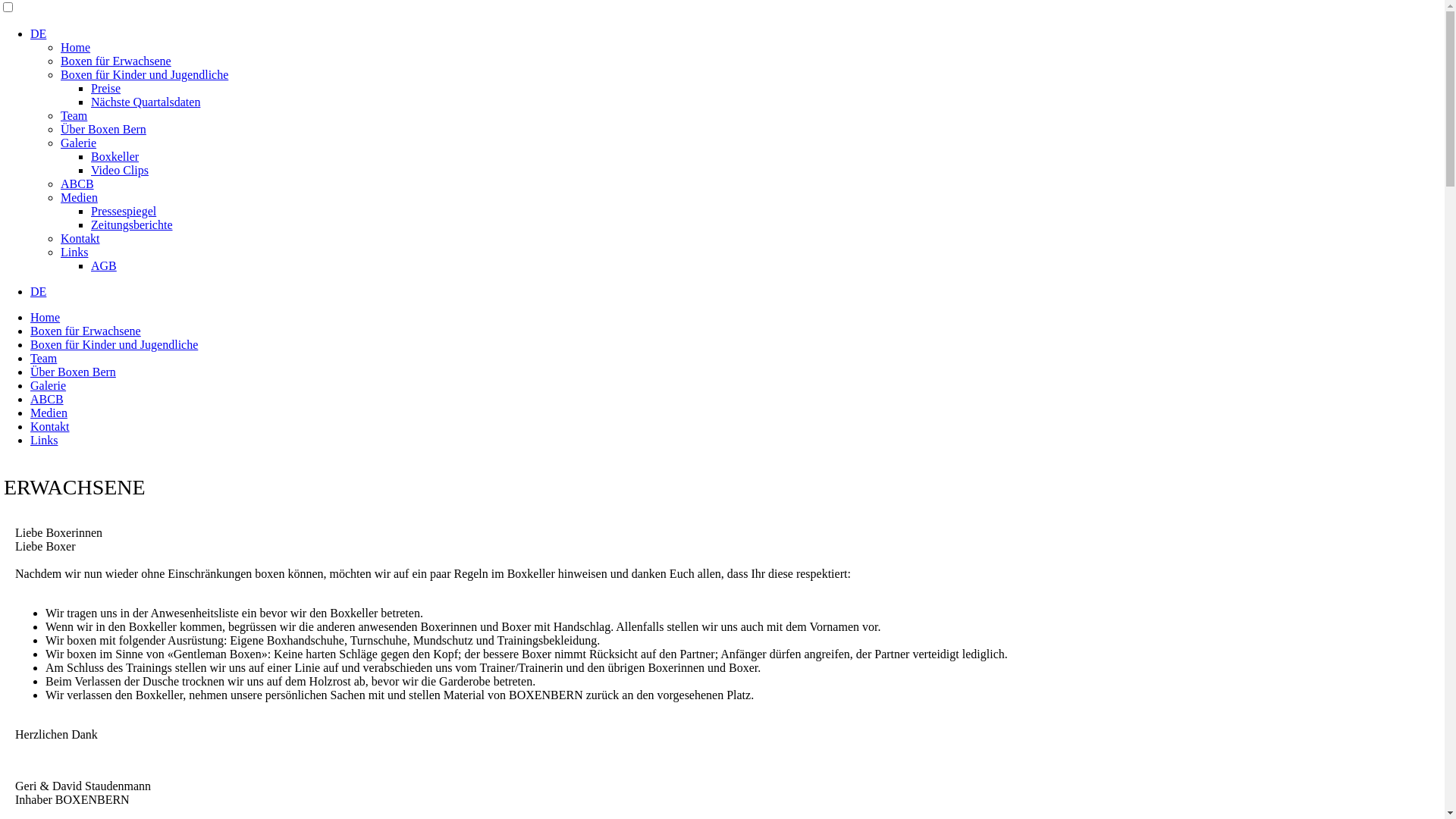 This screenshot has width=1456, height=819. Describe the element at coordinates (78, 196) in the screenshot. I see `'Medien'` at that location.